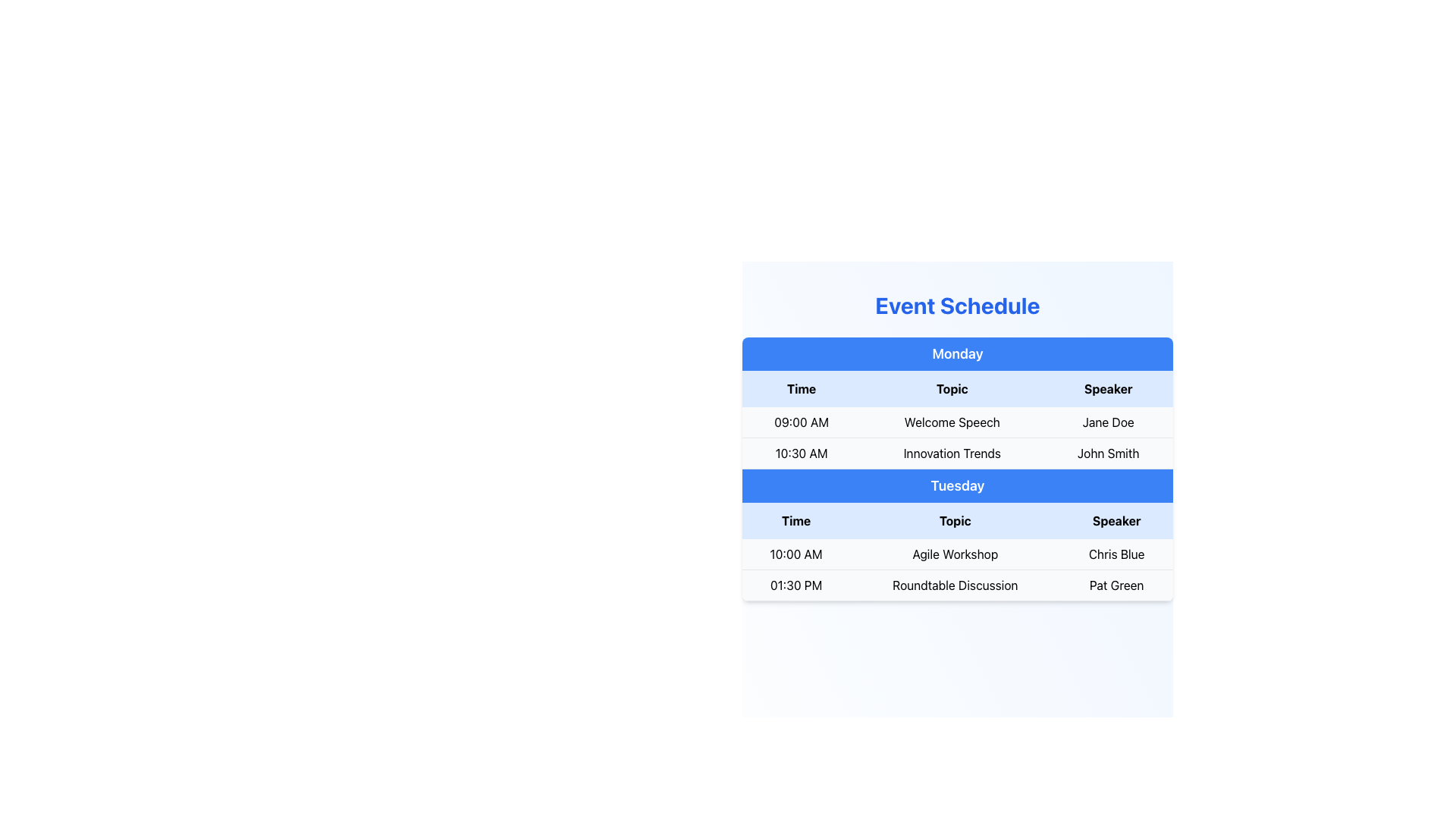 The image size is (1456, 819). Describe the element at coordinates (1116, 554) in the screenshot. I see `text displayed in the Text Label that shows 'Chris Blue', located in the last column labeled 'Speaker' of the Tuesday row for 'Agile Workshop'` at that location.